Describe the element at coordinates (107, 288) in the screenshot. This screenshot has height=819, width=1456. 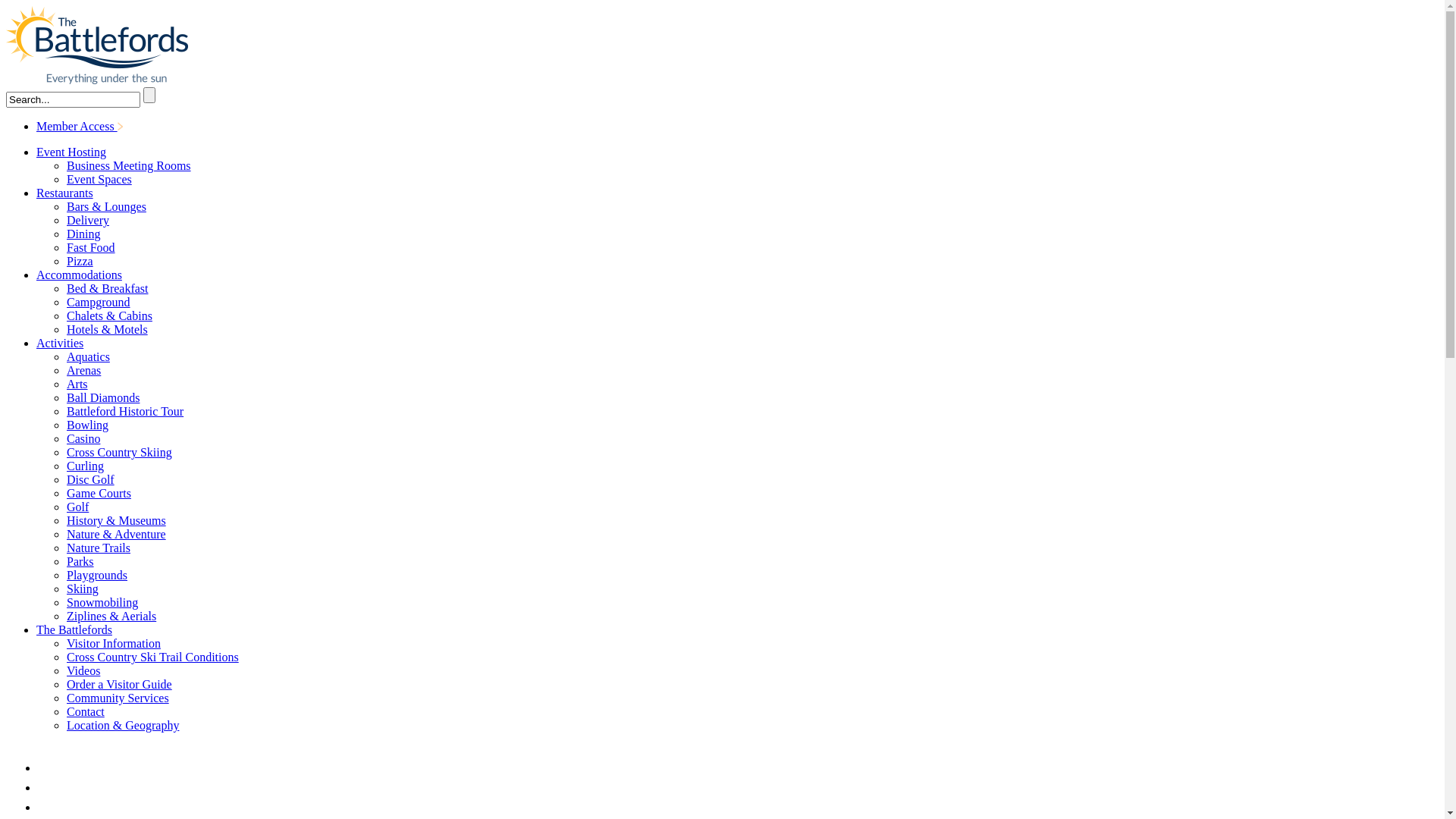
I see `'Bed & Breakfast'` at that location.